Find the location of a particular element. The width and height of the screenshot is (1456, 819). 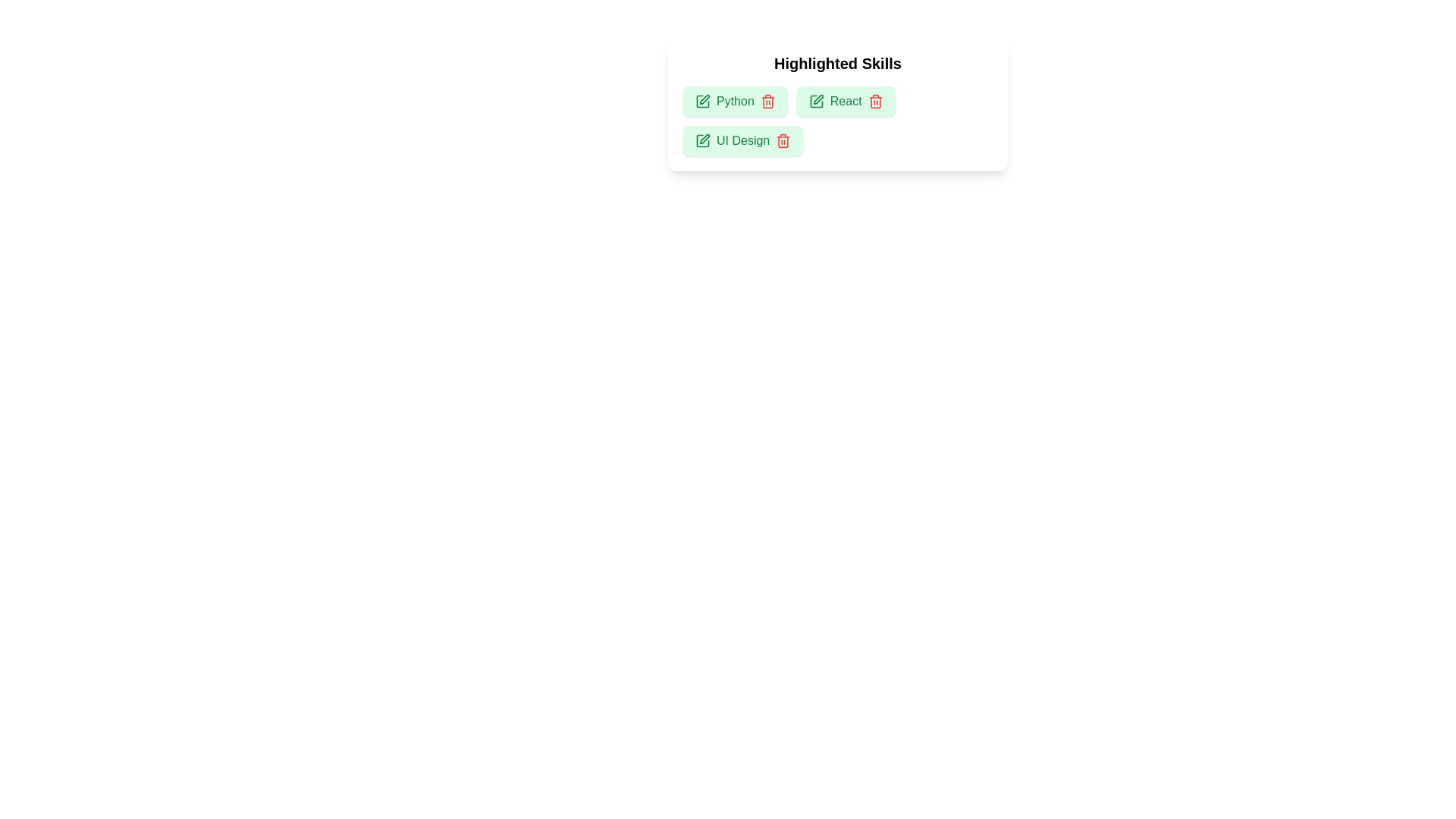

the skill React to inspect the UI reaction is located at coordinates (845, 102).